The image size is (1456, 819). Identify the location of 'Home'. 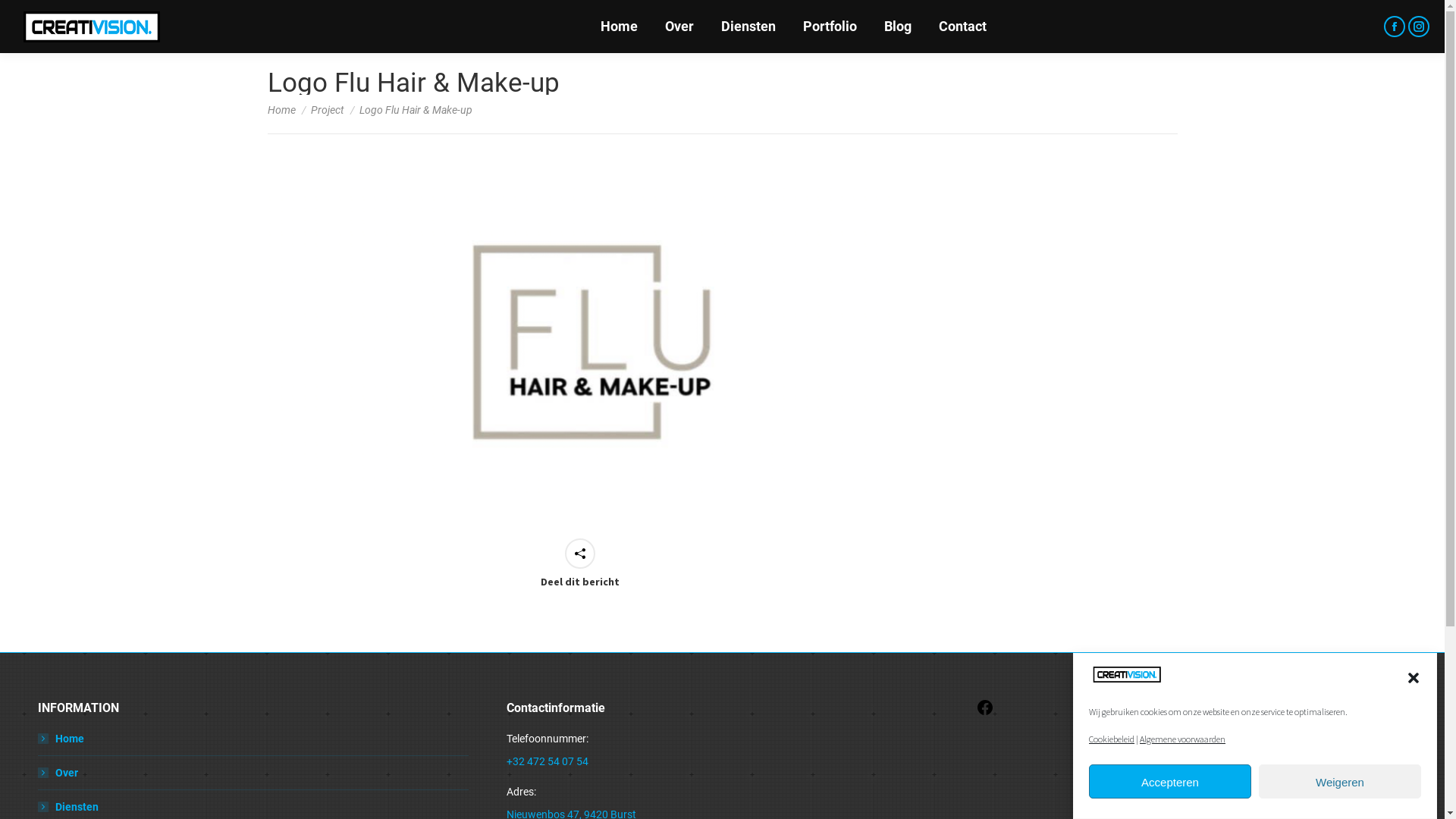
(37, 738).